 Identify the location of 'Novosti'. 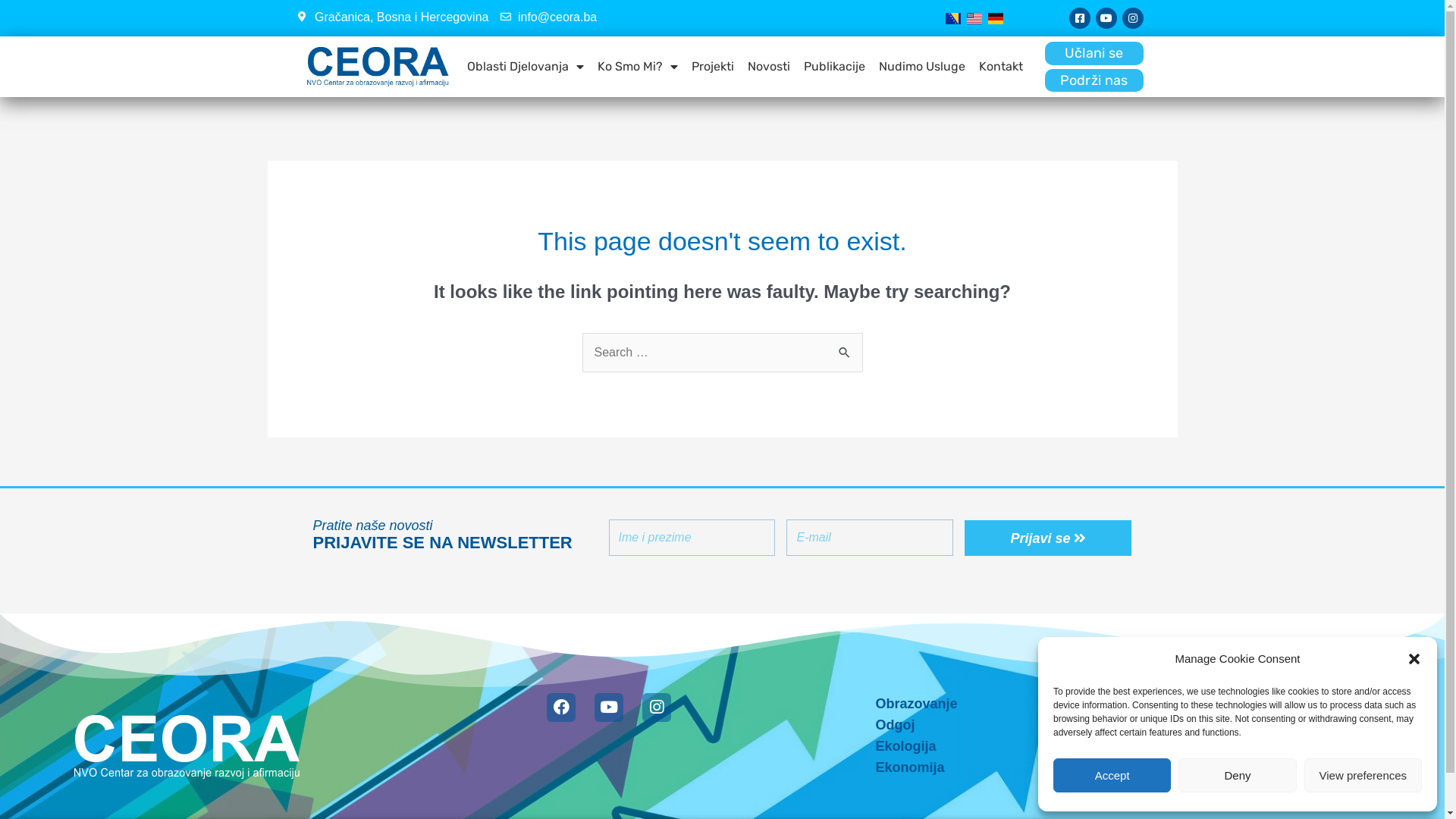
(745, 66).